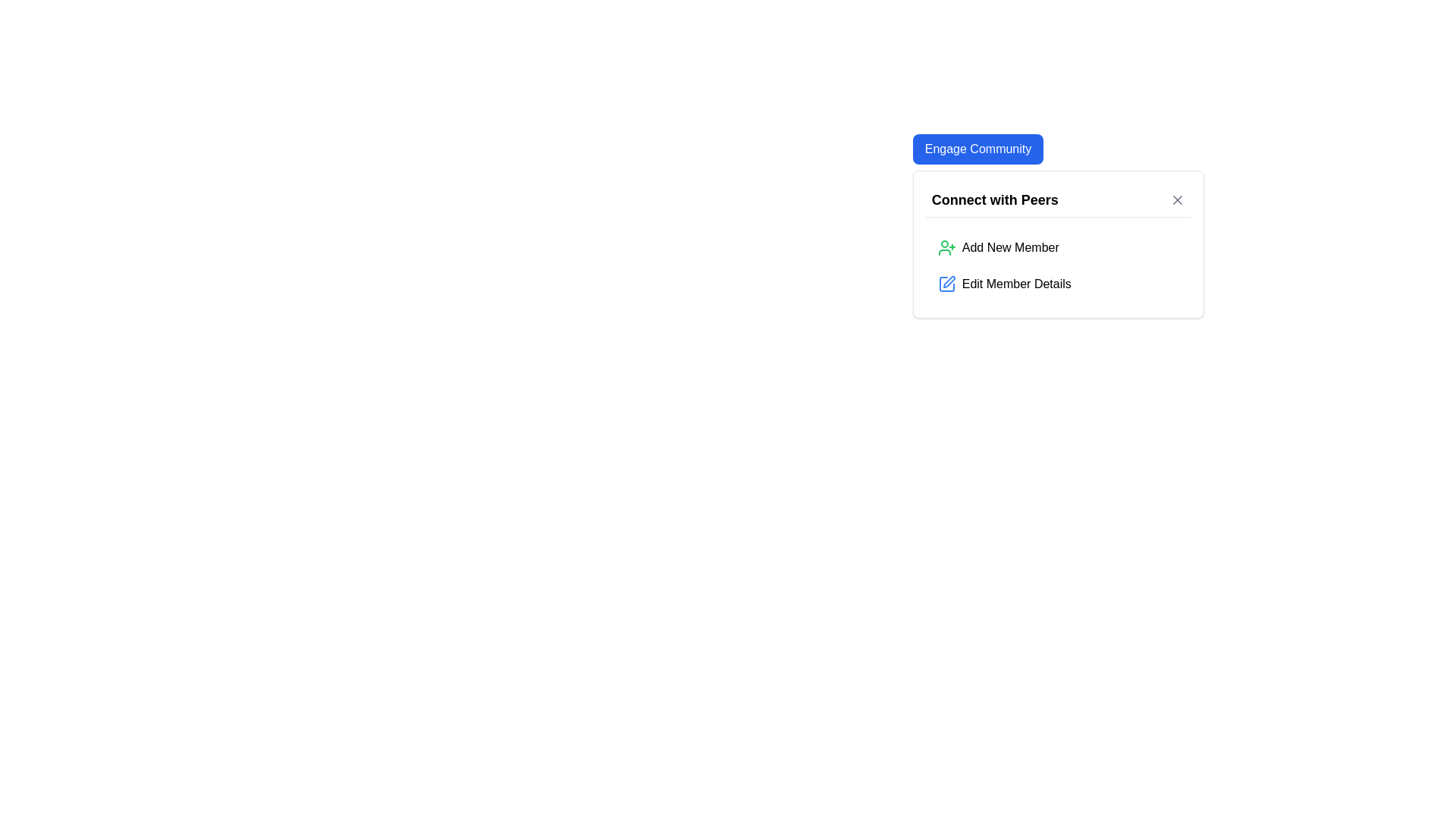  I want to click on the 'Add Member' button located in the 'Connect with Peers' panel, positioned above the 'Edit Member Details' button to initiate adding a new member, so click(1057, 247).